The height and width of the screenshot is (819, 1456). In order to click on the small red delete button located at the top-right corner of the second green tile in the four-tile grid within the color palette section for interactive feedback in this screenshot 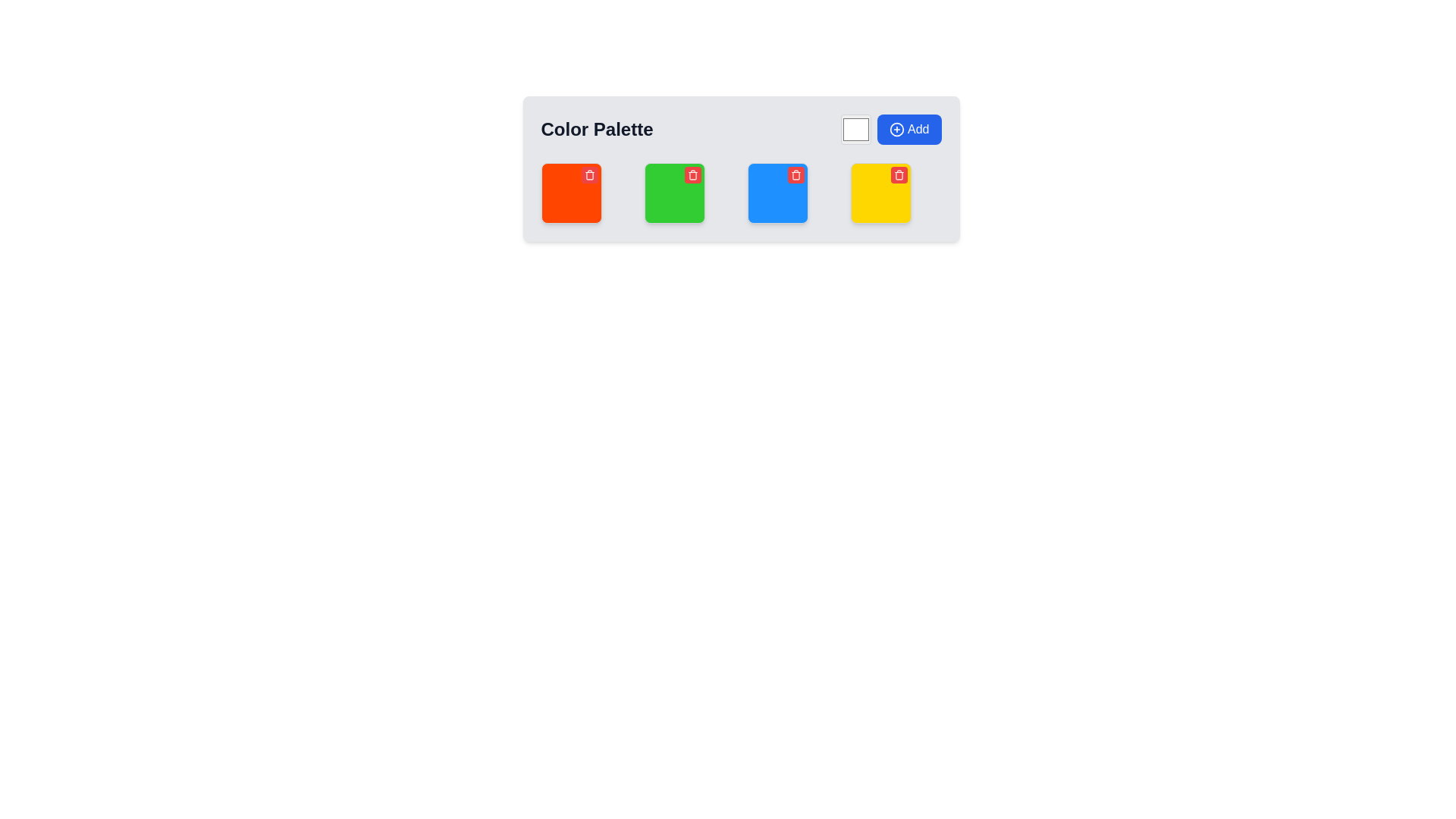, I will do `click(692, 174)`.